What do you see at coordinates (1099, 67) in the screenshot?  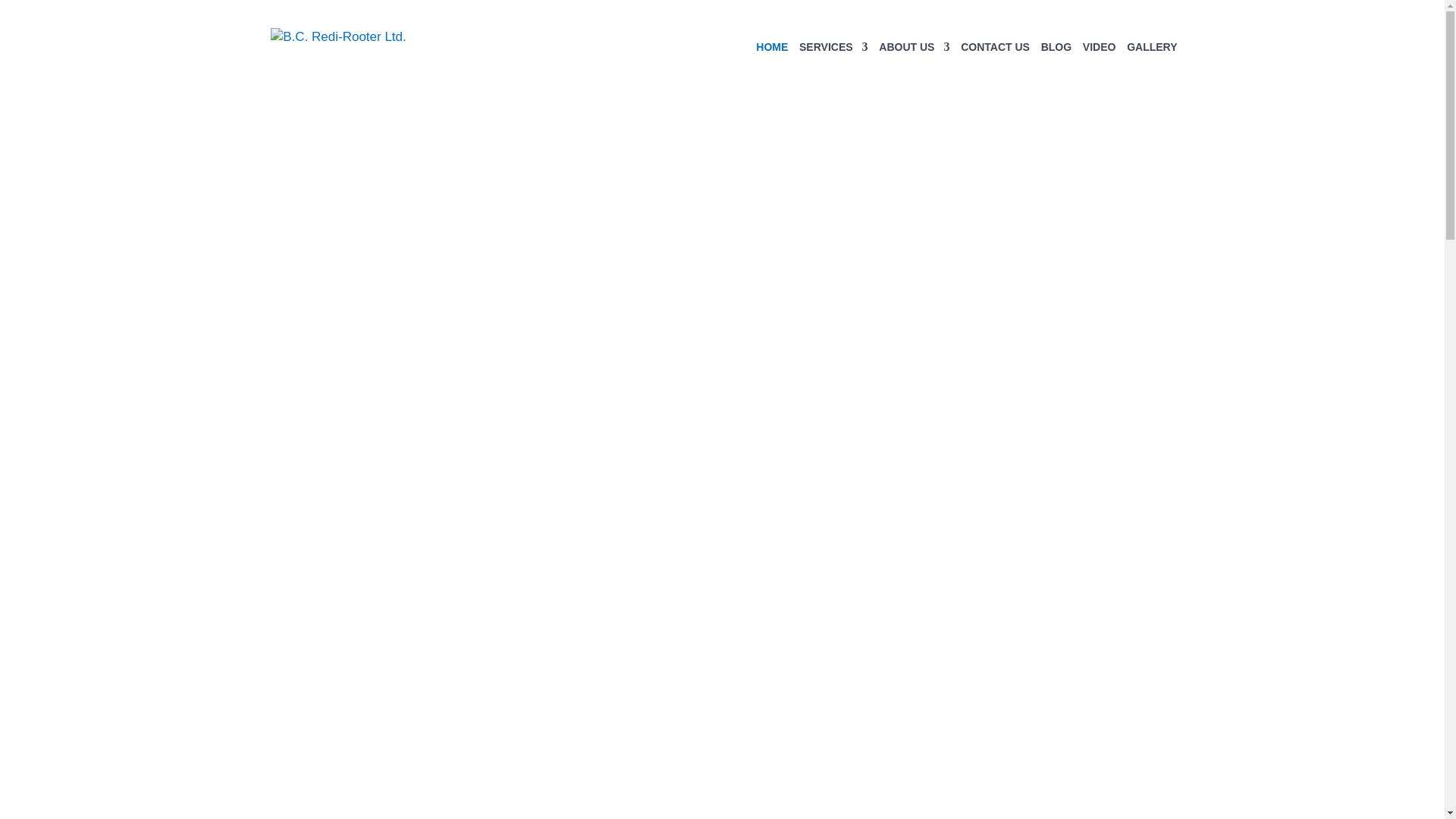 I see `'VIDEO'` at bounding box center [1099, 67].